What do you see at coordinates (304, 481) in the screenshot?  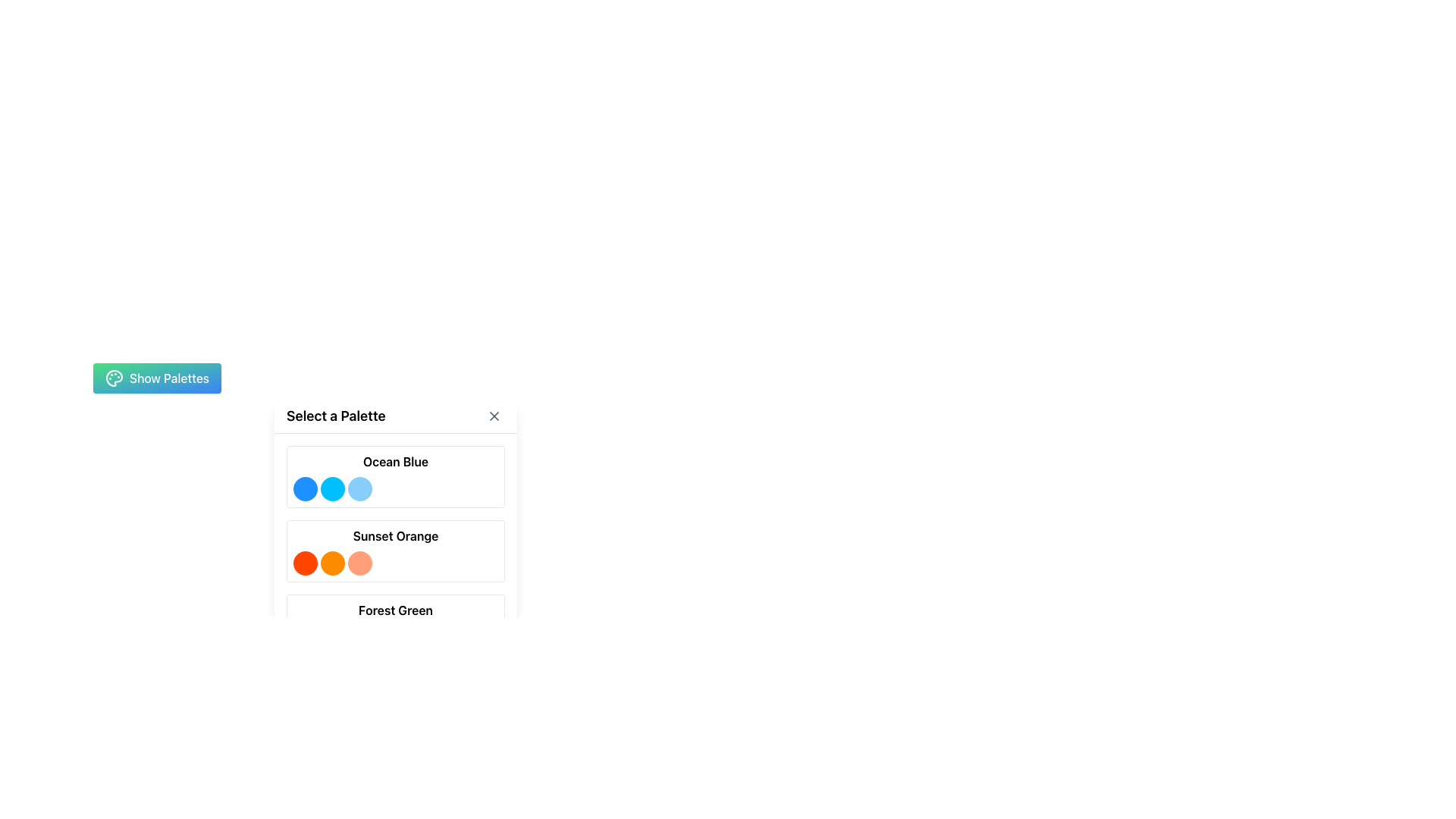 I see `one of the color palette options in the 'Select a Palette' popup menu` at bounding box center [304, 481].